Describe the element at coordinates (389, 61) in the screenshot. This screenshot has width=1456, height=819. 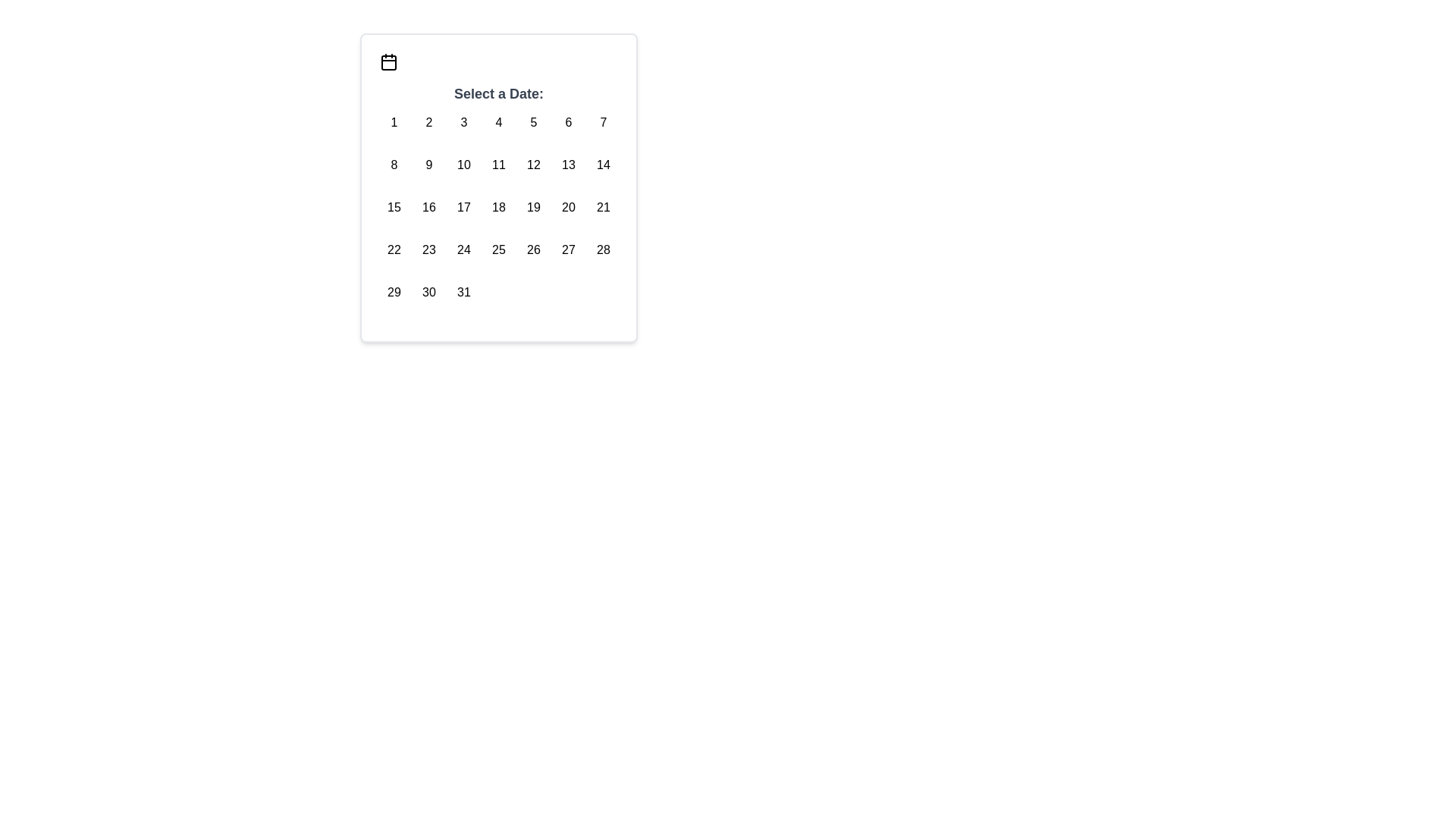
I see `the calendar icon located at the top-left corner of the calendar panel, which serves as a visual identifier for date selection` at that location.